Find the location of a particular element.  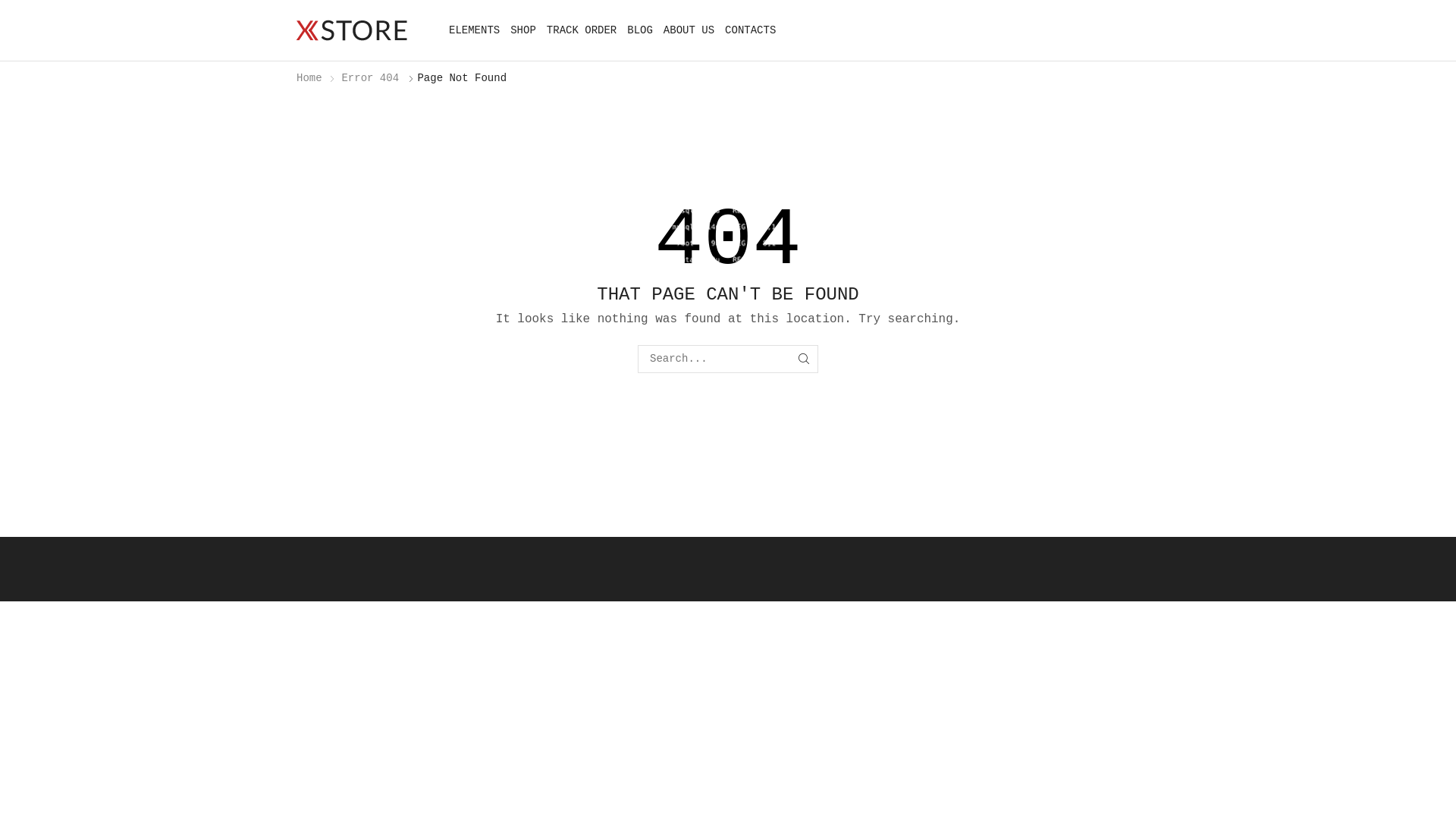

'TRACK ORDER' is located at coordinates (581, 30).